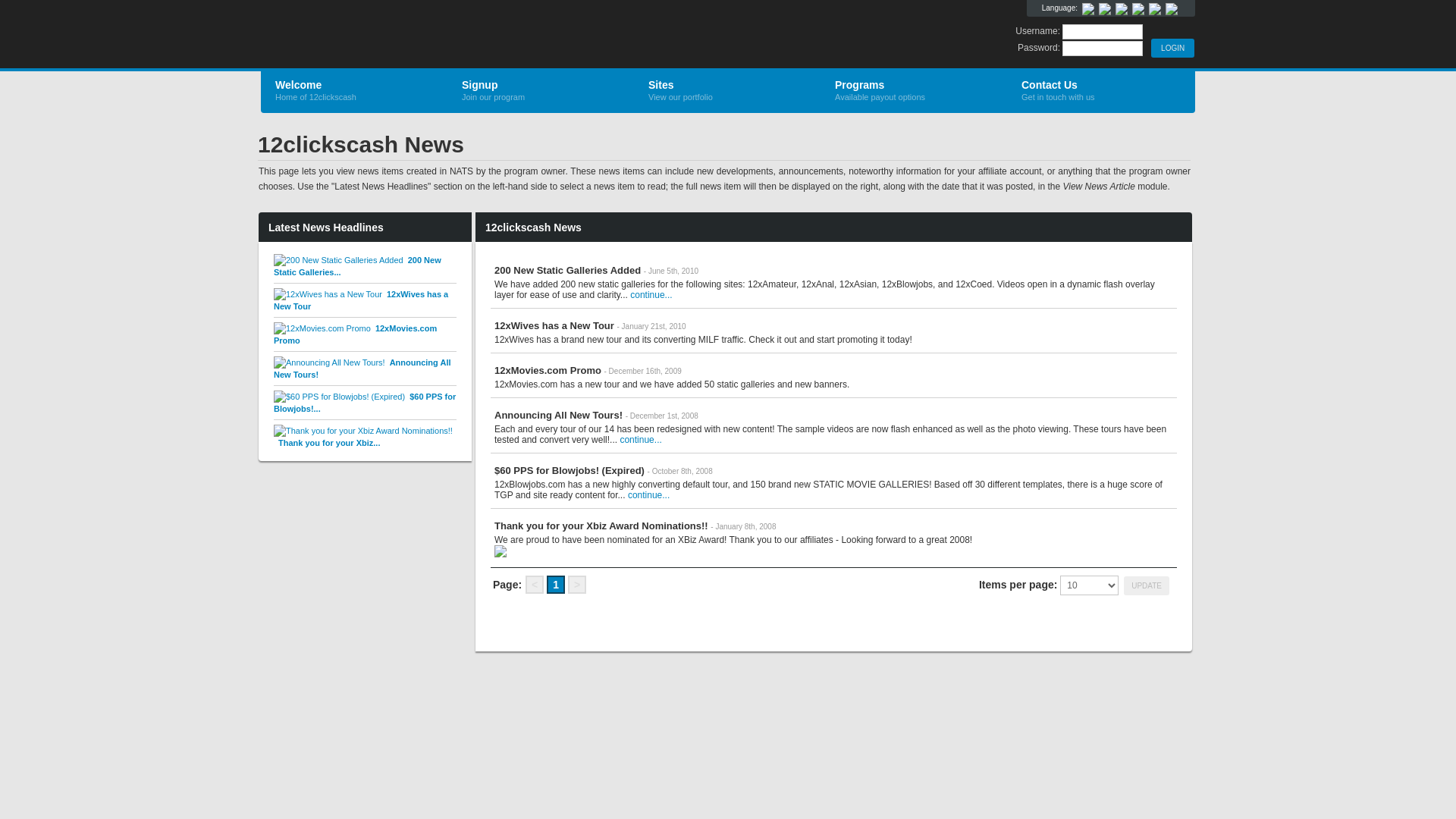 The height and width of the screenshot is (819, 1456). What do you see at coordinates (1100, 90) in the screenshot?
I see `'Contact Us` at bounding box center [1100, 90].